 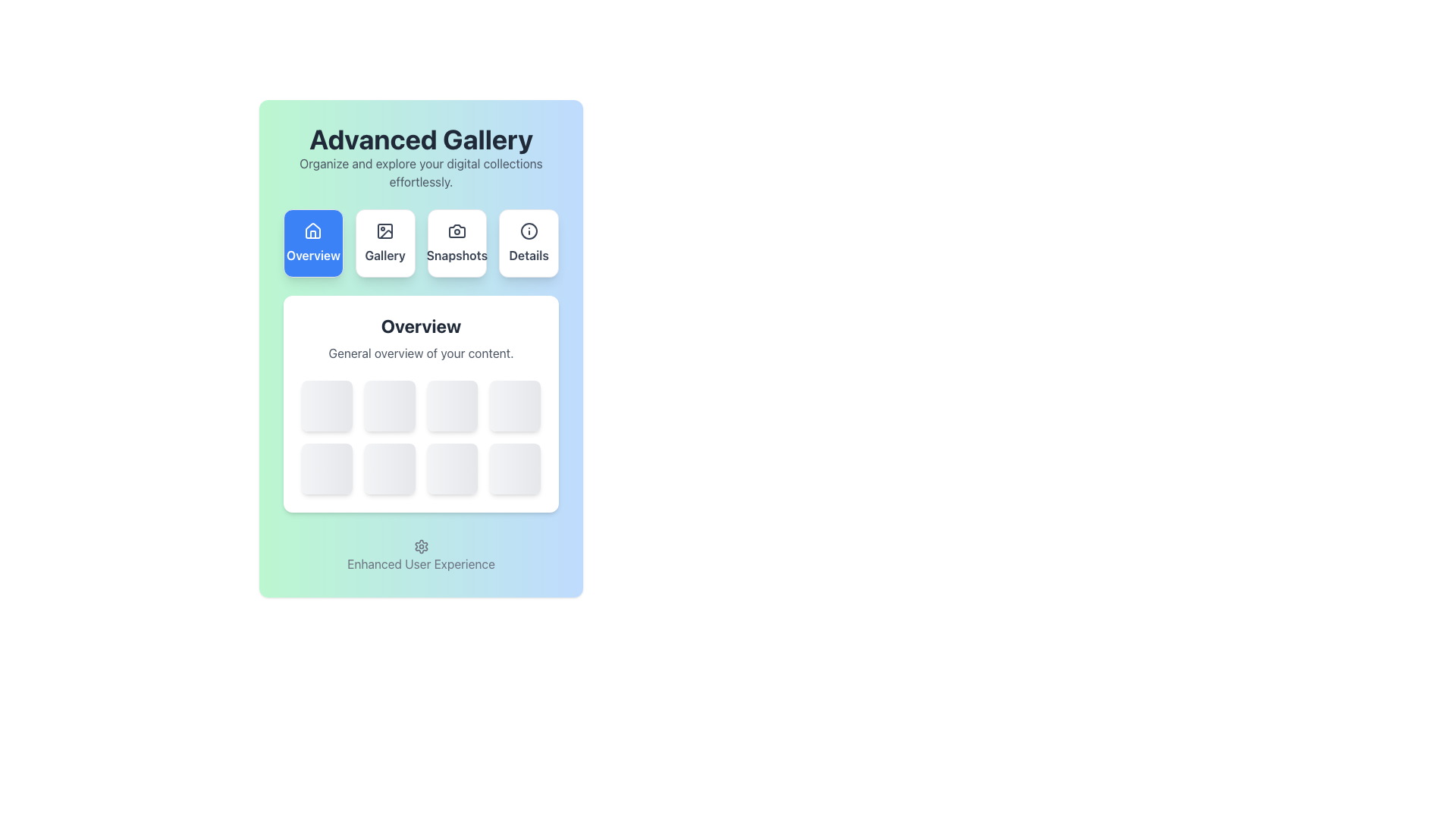 What do you see at coordinates (390, 405) in the screenshot?
I see `the square card with a gradient background and rounded corners located in the first row and second column of the grid layout beneath the 'Overview' section` at bounding box center [390, 405].